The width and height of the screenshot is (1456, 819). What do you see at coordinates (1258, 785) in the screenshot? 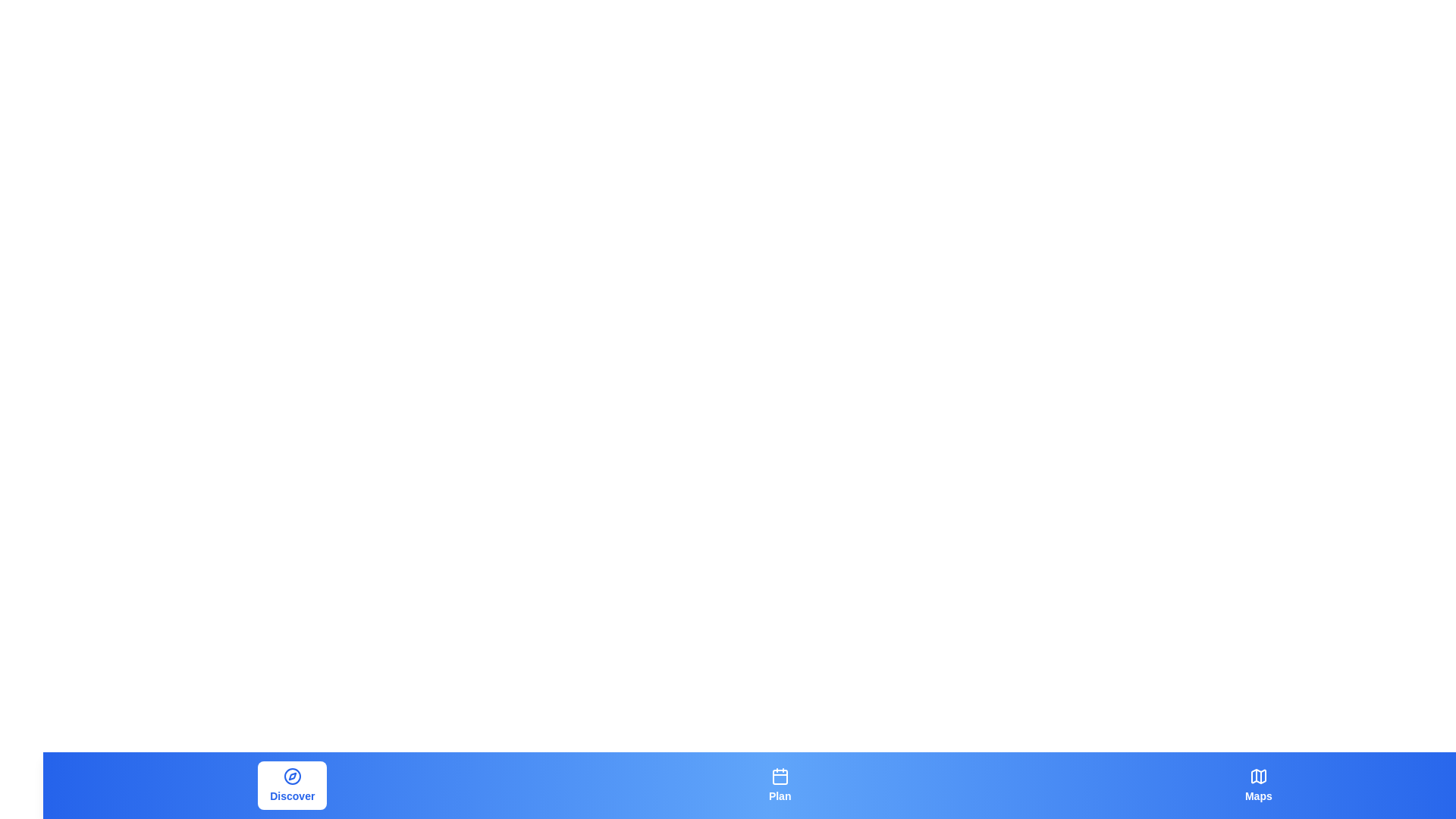
I see `the Maps tab to observe its hover effect` at bounding box center [1258, 785].